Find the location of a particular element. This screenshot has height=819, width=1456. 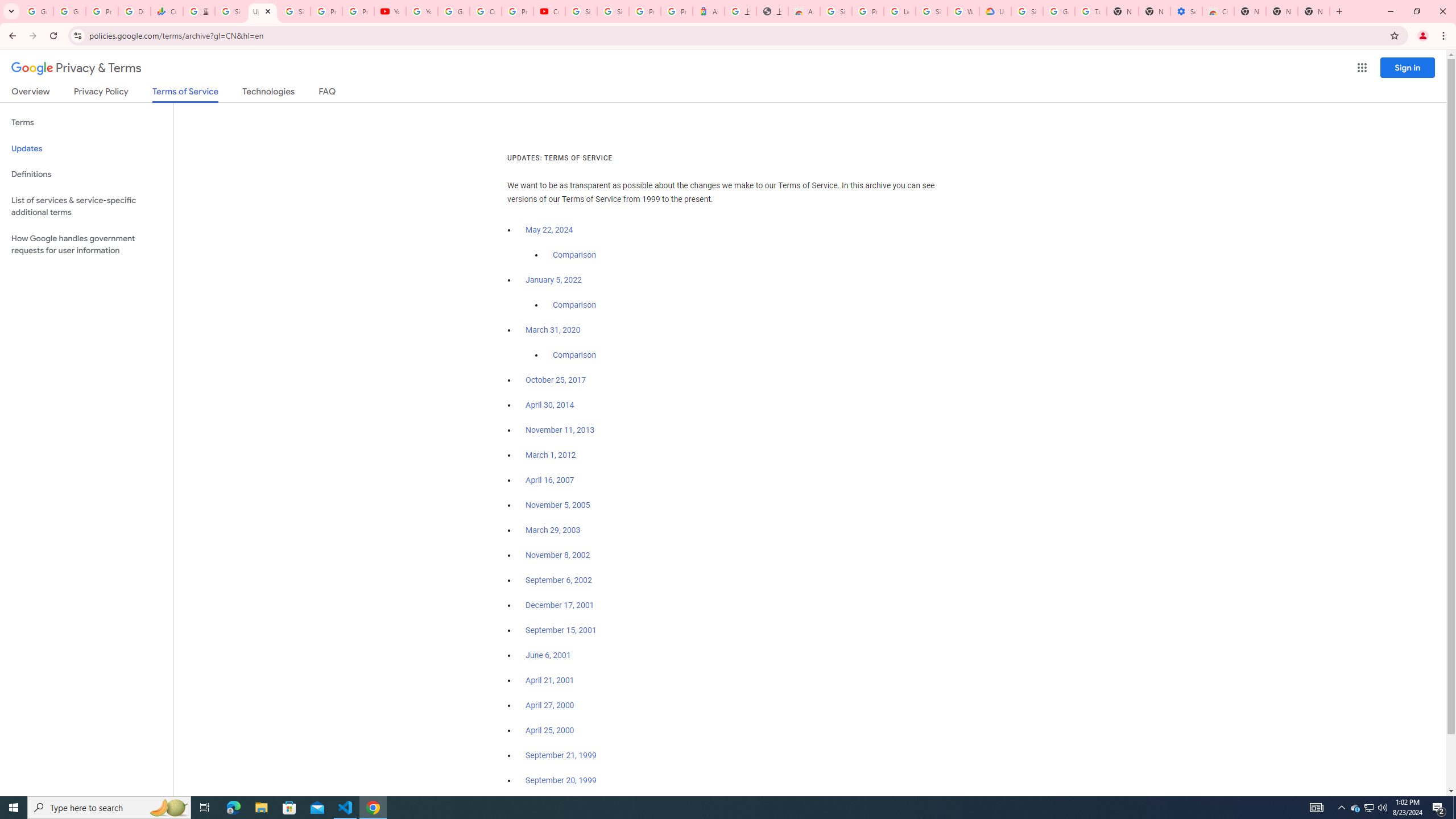

'Create your Google Account' is located at coordinates (485, 11).